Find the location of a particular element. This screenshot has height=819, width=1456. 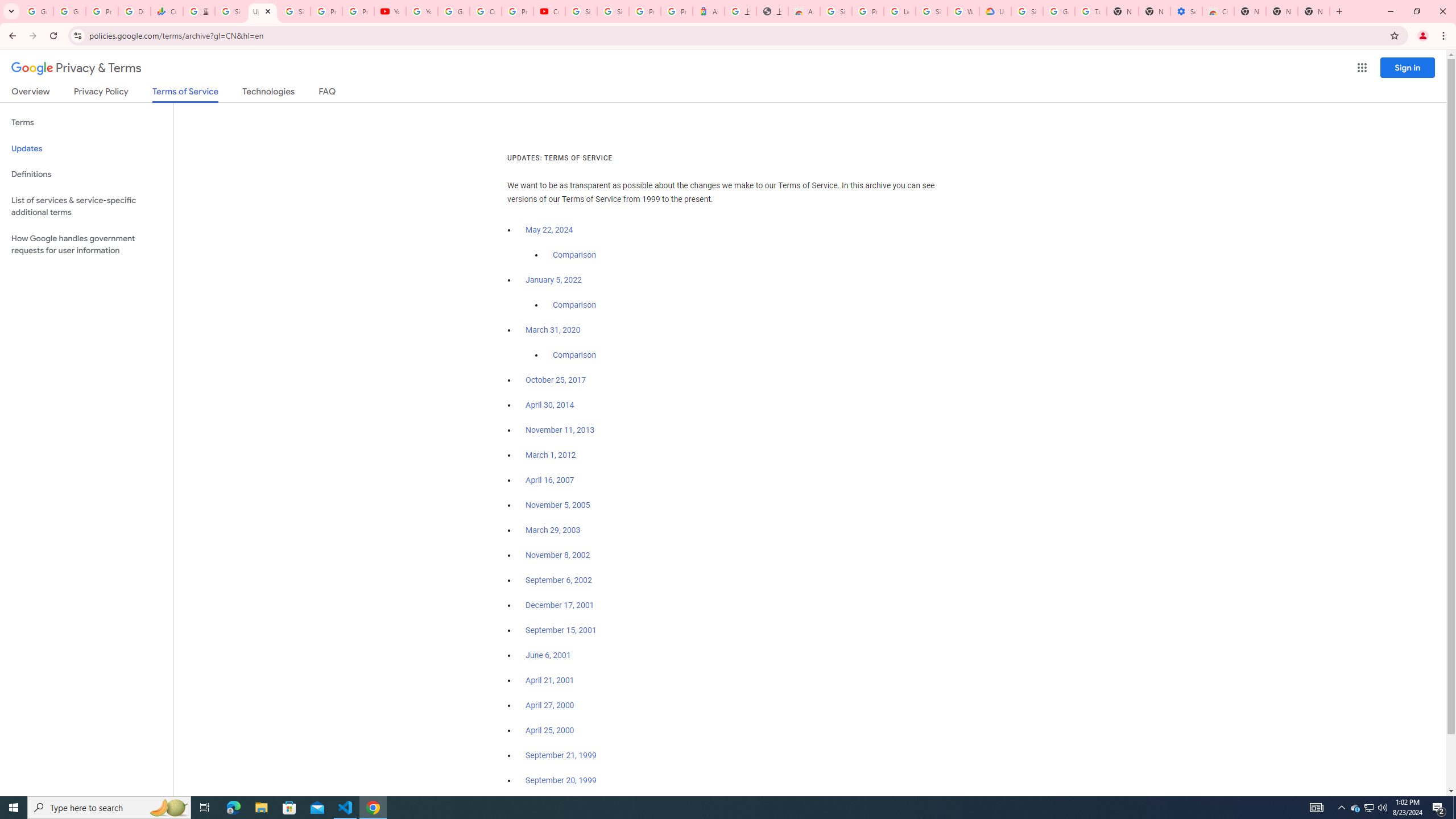

'Create your Google Account' is located at coordinates (485, 11).